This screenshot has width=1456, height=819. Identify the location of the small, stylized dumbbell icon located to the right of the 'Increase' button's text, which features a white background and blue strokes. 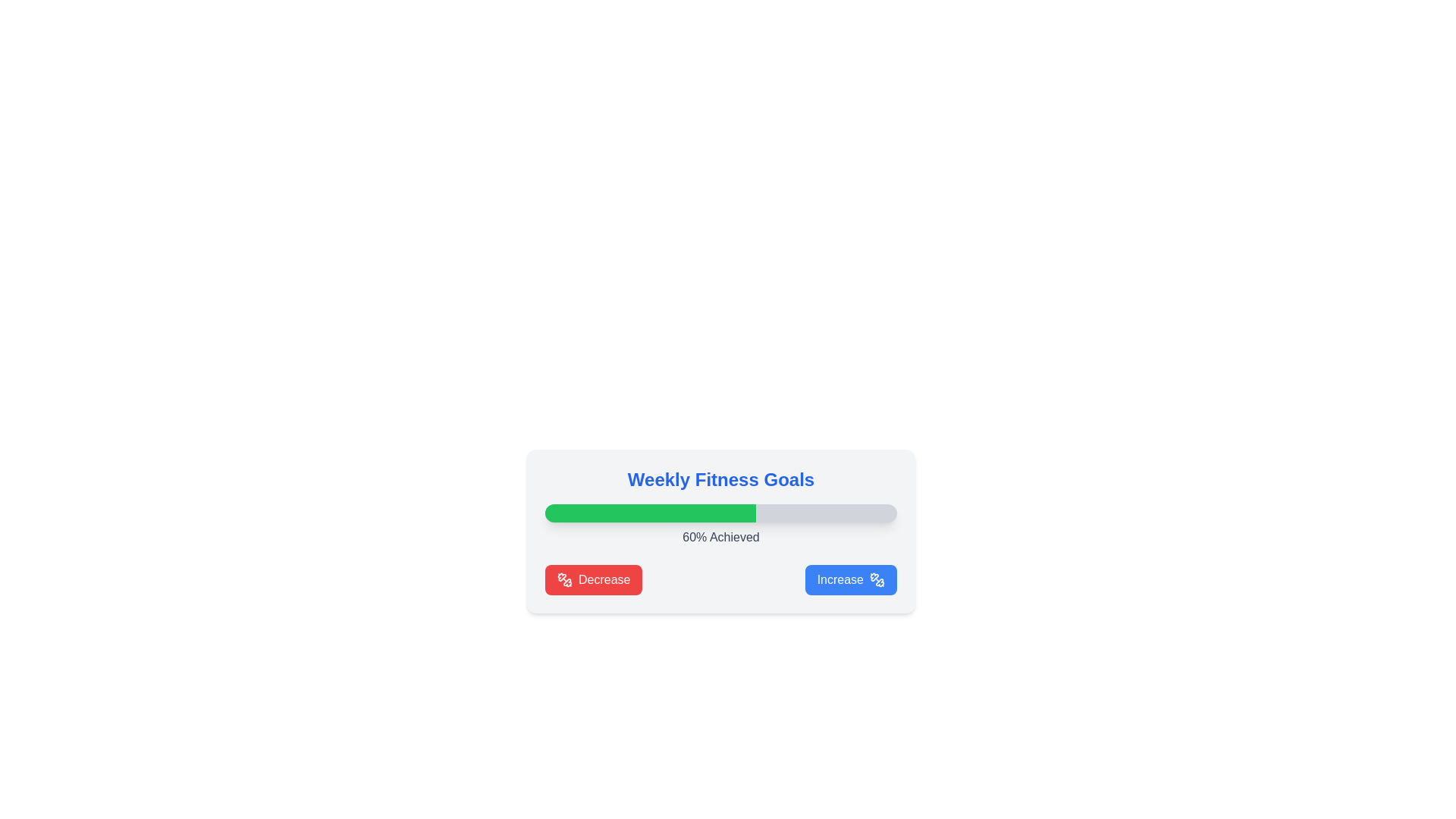
(877, 579).